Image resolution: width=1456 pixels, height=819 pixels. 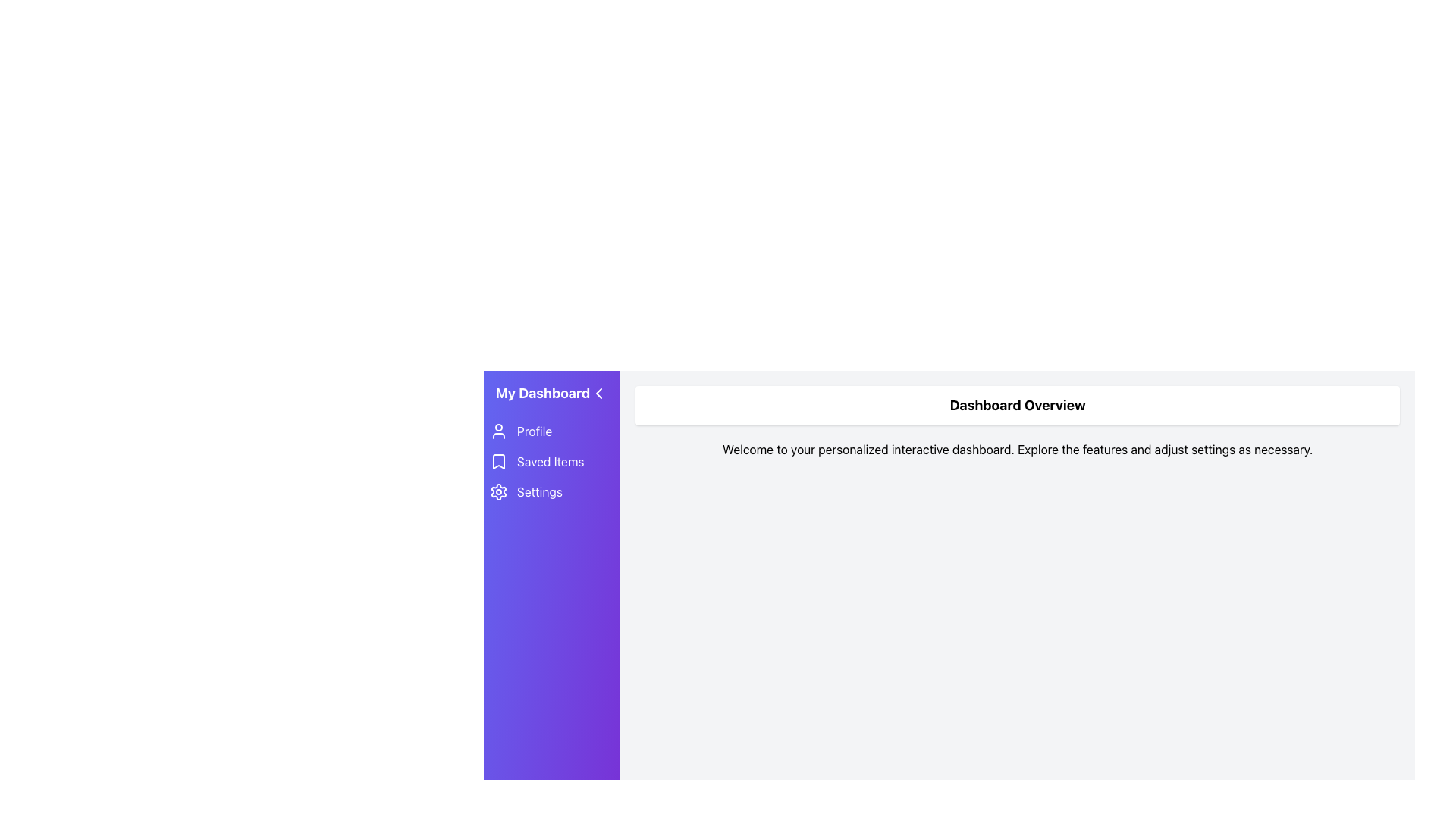 What do you see at coordinates (498, 491) in the screenshot?
I see `the 'Settings' icon located at the bottom section of the navigation sidebar under 'Saved Items'` at bounding box center [498, 491].